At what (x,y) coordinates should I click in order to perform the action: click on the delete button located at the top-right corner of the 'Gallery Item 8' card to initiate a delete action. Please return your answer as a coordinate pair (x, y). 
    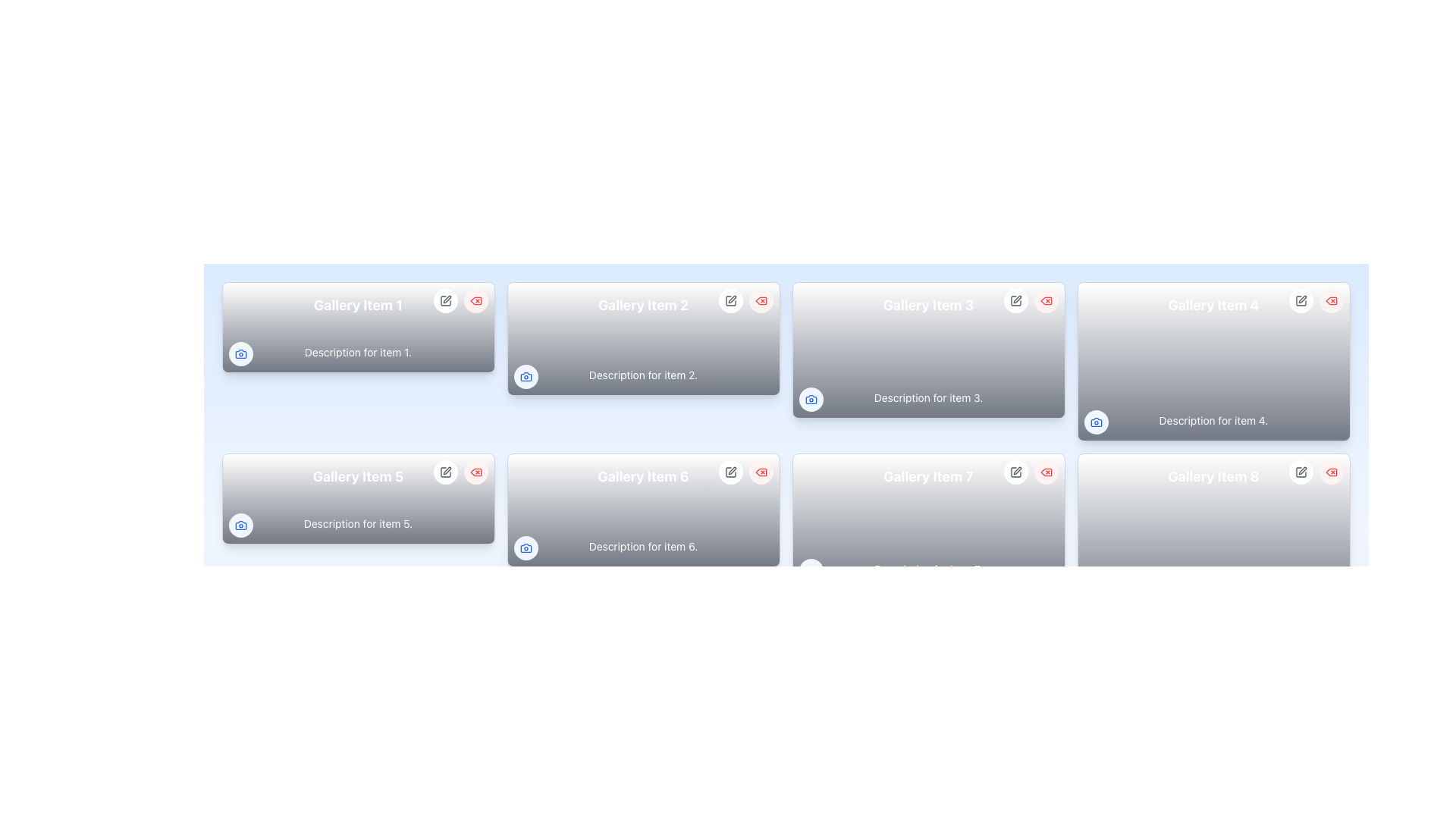
    Looking at the image, I should click on (1330, 472).